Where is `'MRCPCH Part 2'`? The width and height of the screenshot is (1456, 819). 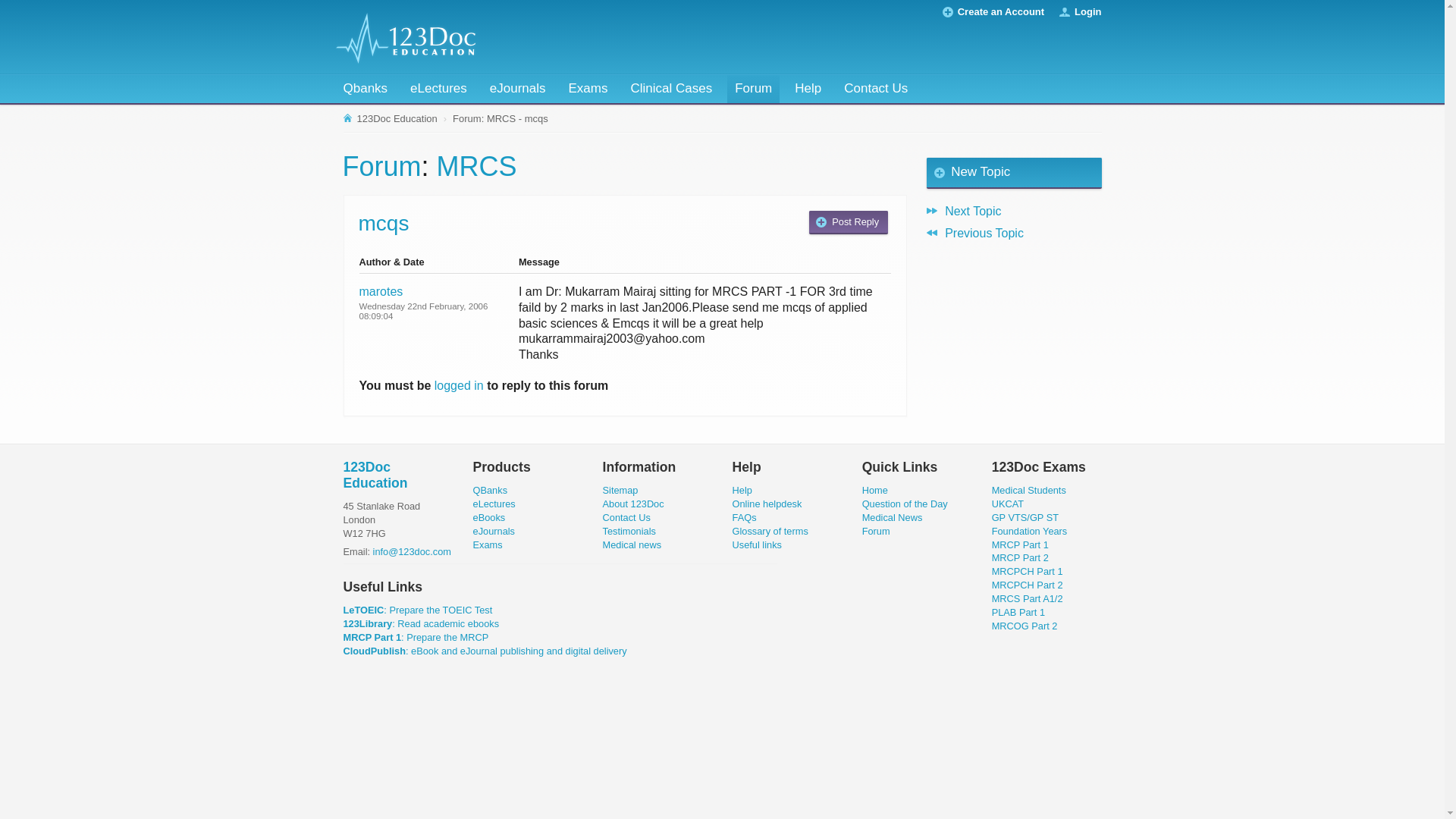 'MRCPCH Part 2' is located at coordinates (1027, 584).